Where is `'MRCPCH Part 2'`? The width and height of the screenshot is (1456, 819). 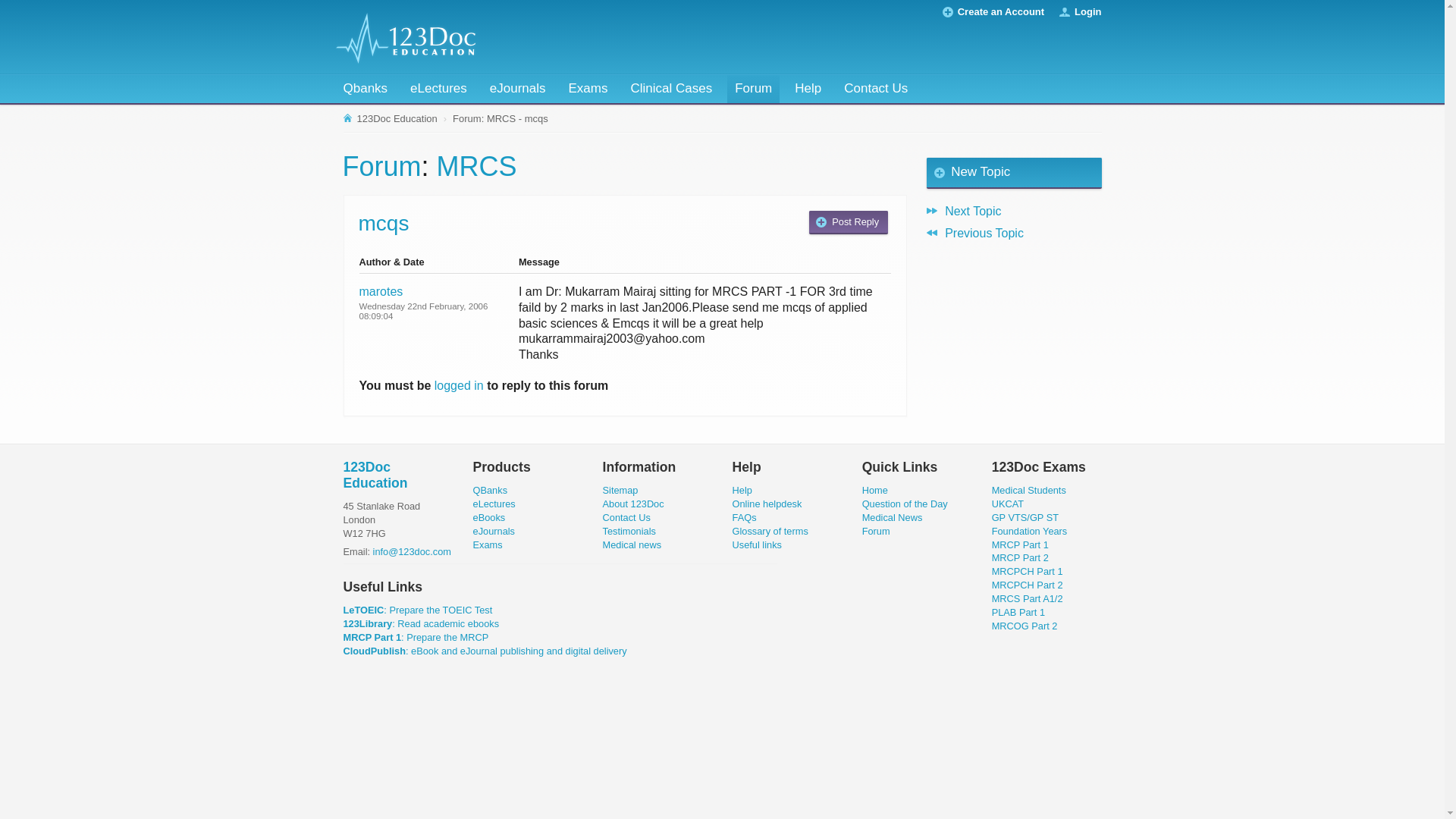 'MRCPCH Part 2' is located at coordinates (1027, 584).